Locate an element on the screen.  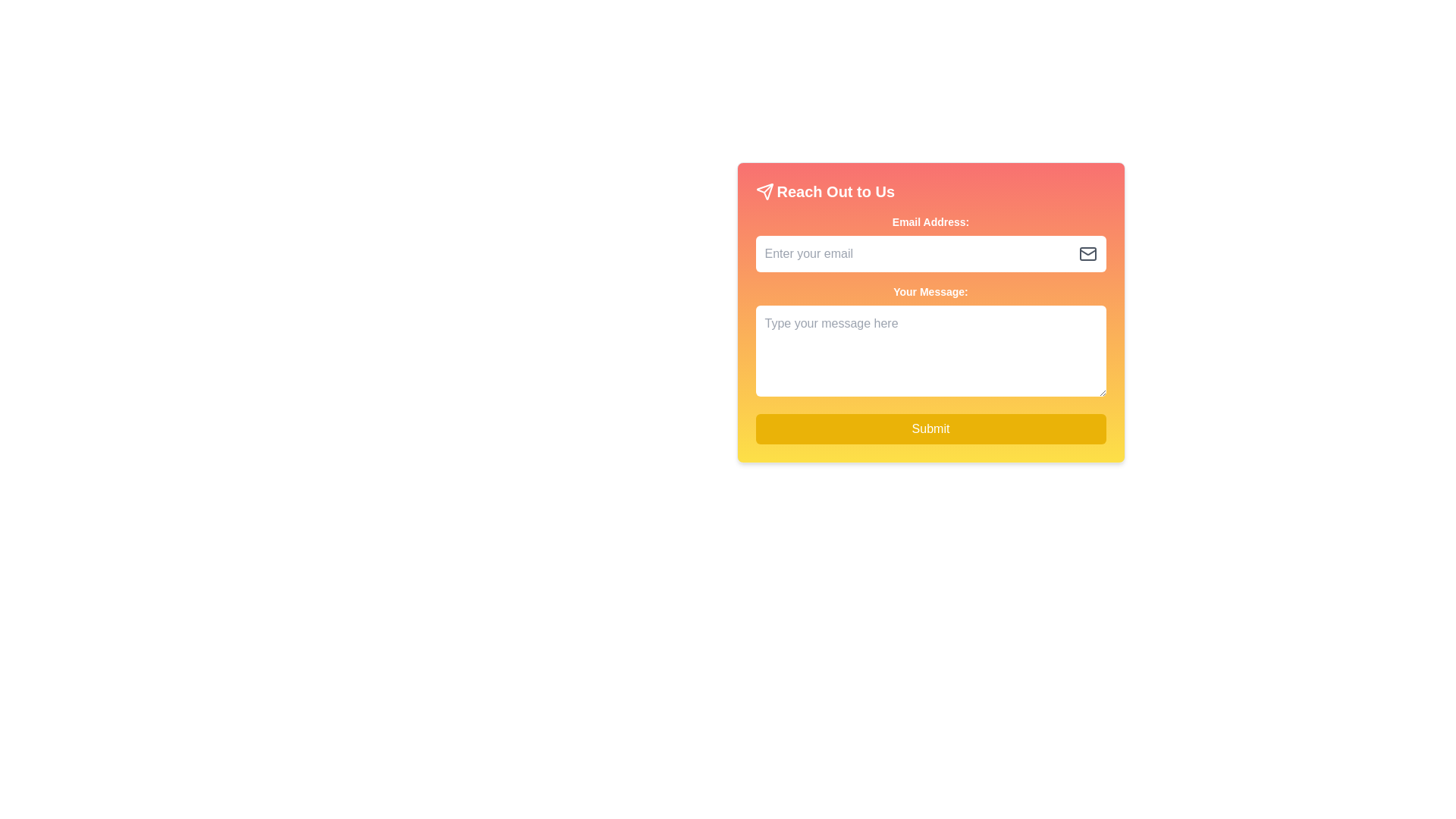
the paper airplane icon located next to the 'Reach Out to Us' text in the title section of the form is located at coordinates (764, 191).